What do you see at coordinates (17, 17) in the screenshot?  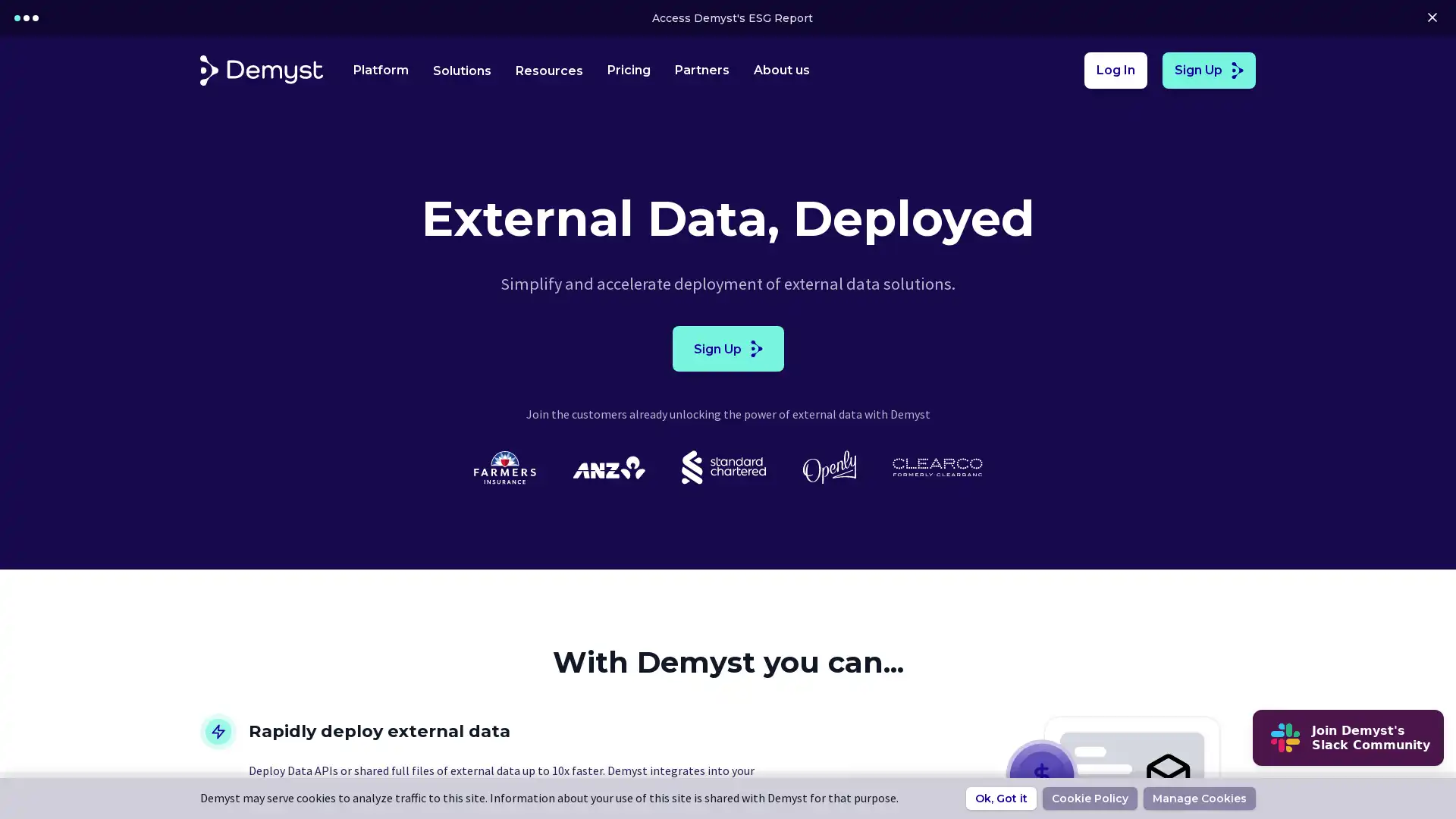 I see `Banner control button 0` at bounding box center [17, 17].